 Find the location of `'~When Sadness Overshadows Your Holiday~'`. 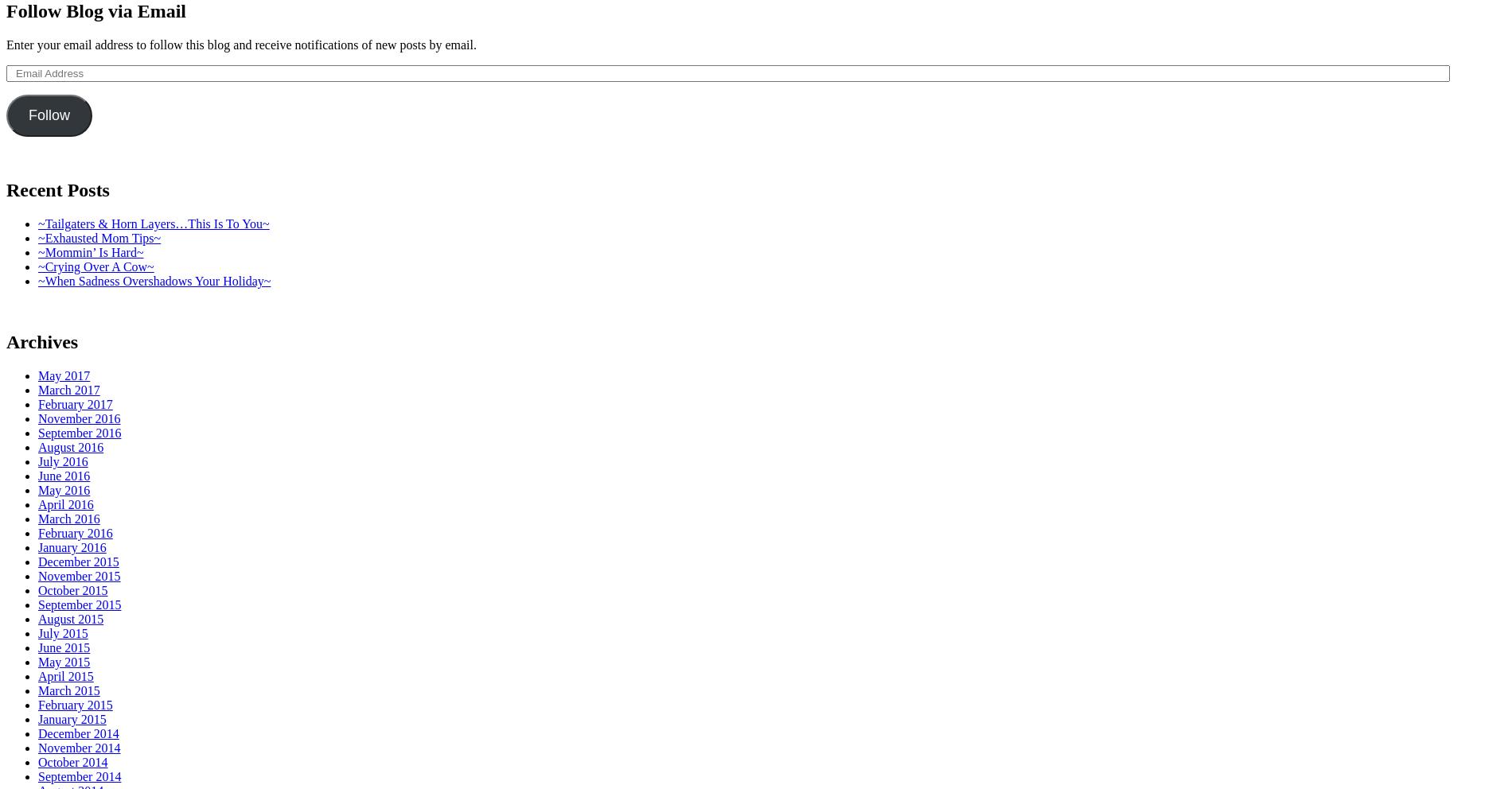

'~When Sadness Overshadows Your Holiday~' is located at coordinates (154, 280).